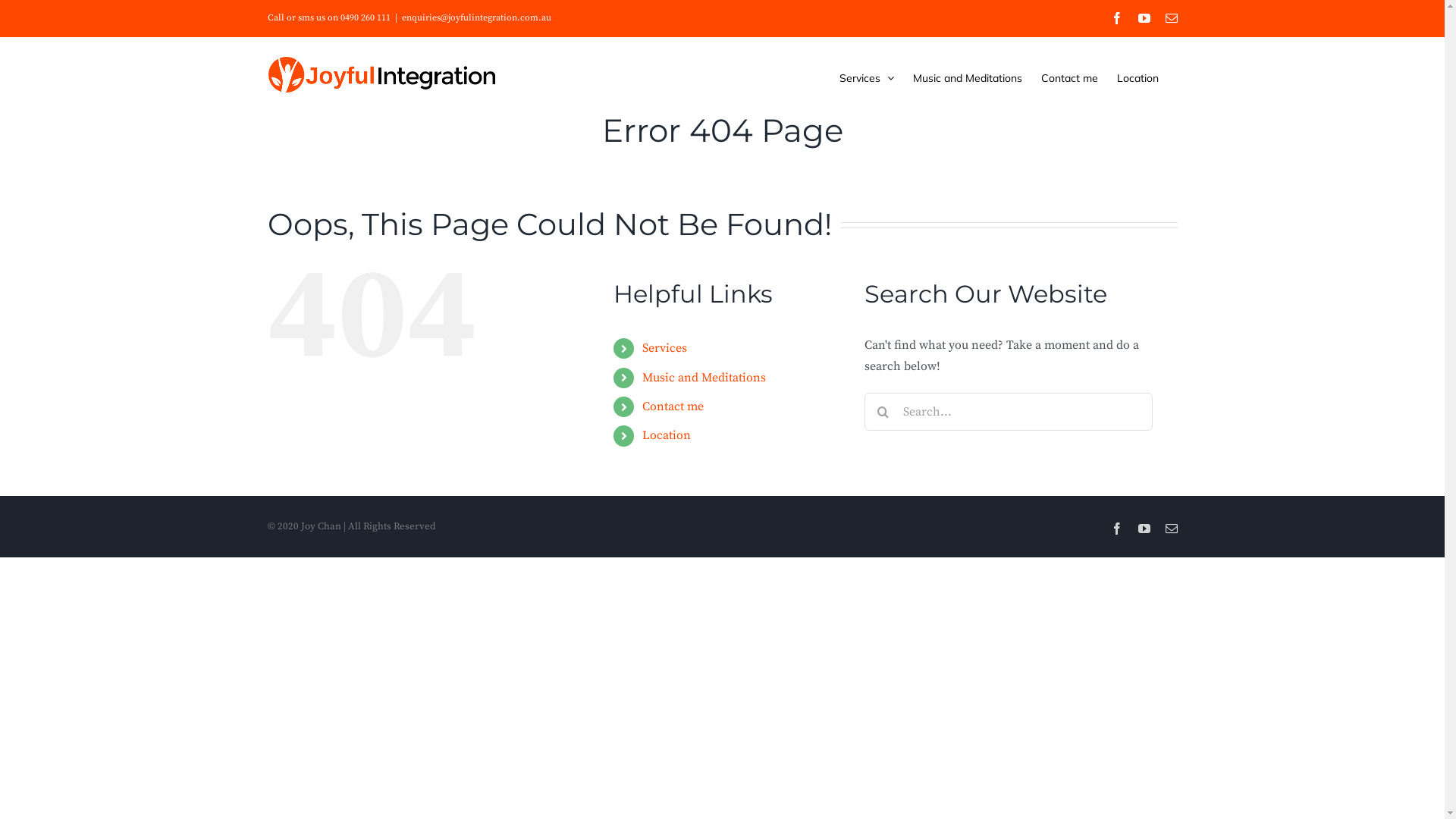  What do you see at coordinates (1110, 528) in the screenshot?
I see `'Facebook'` at bounding box center [1110, 528].